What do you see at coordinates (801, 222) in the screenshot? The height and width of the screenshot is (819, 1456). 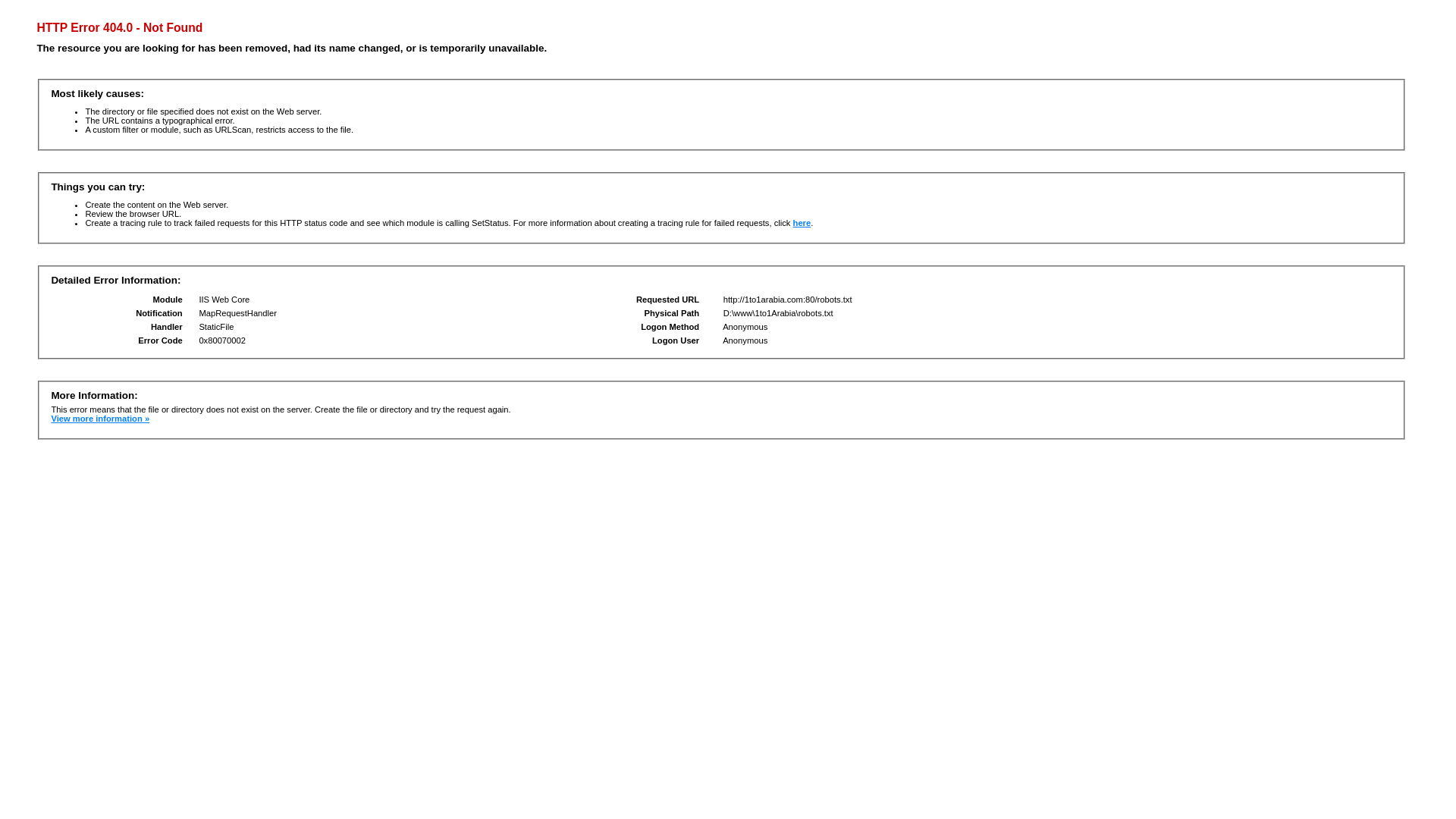 I see `'here'` at bounding box center [801, 222].